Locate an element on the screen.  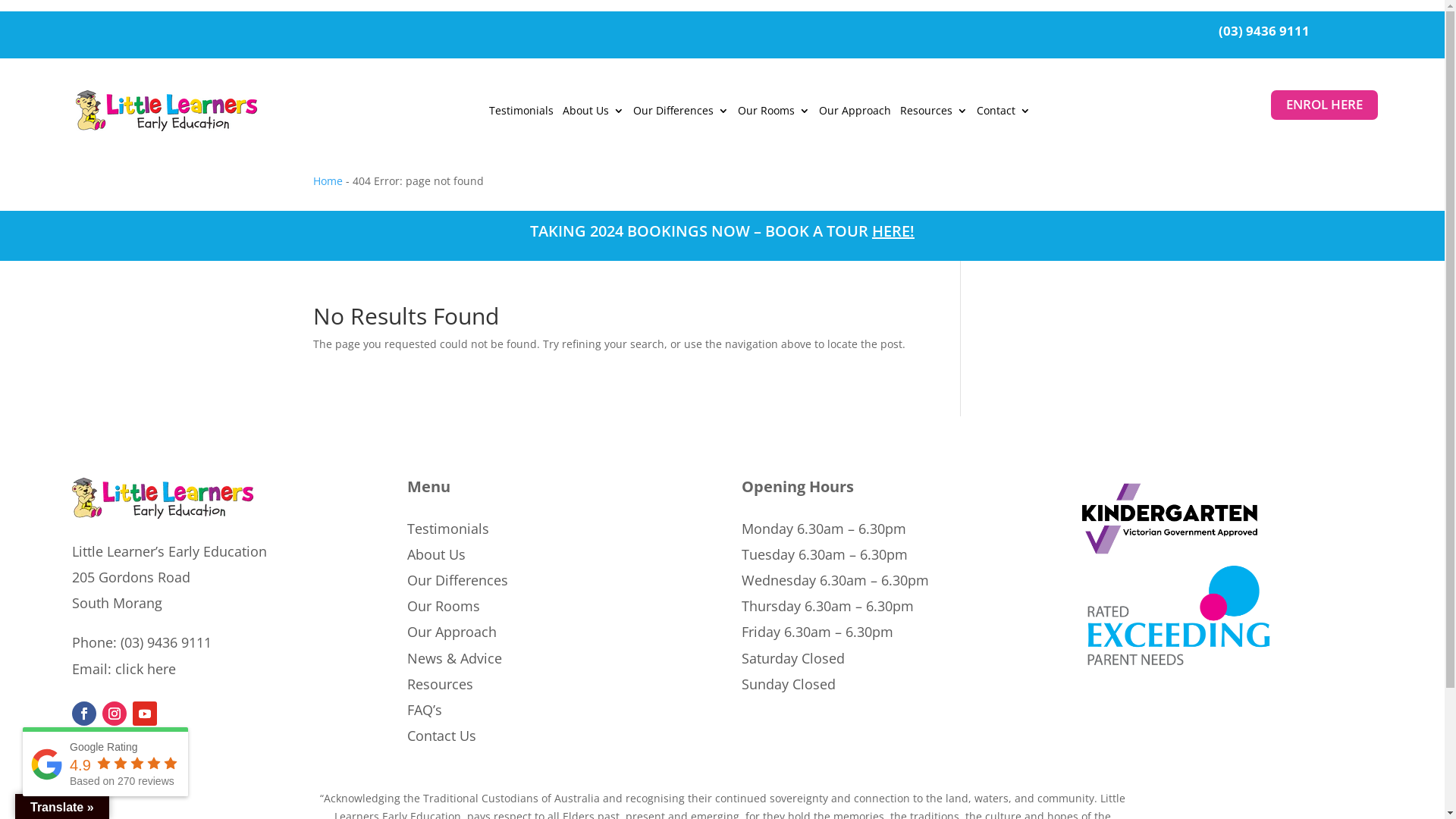
'Contact' is located at coordinates (1003, 113).